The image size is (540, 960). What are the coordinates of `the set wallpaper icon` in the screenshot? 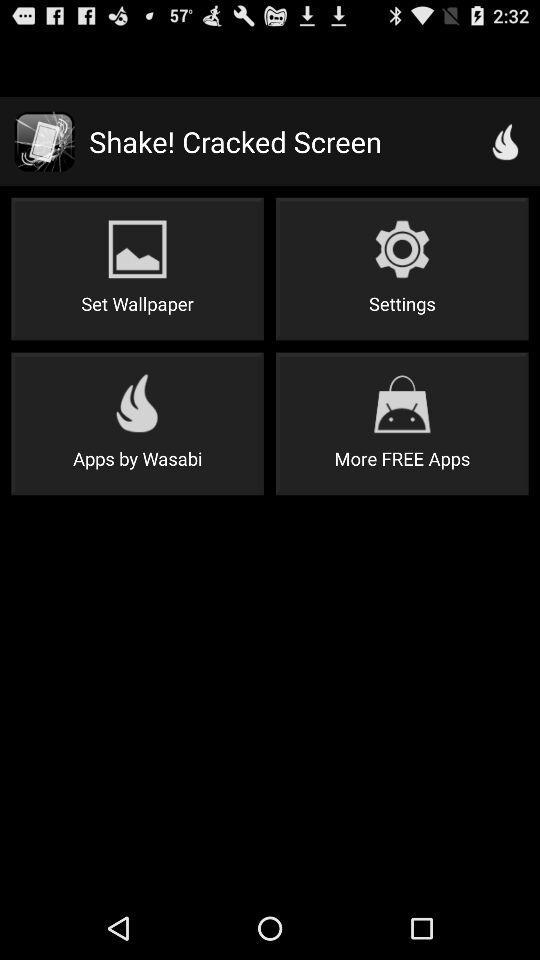 It's located at (136, 268).